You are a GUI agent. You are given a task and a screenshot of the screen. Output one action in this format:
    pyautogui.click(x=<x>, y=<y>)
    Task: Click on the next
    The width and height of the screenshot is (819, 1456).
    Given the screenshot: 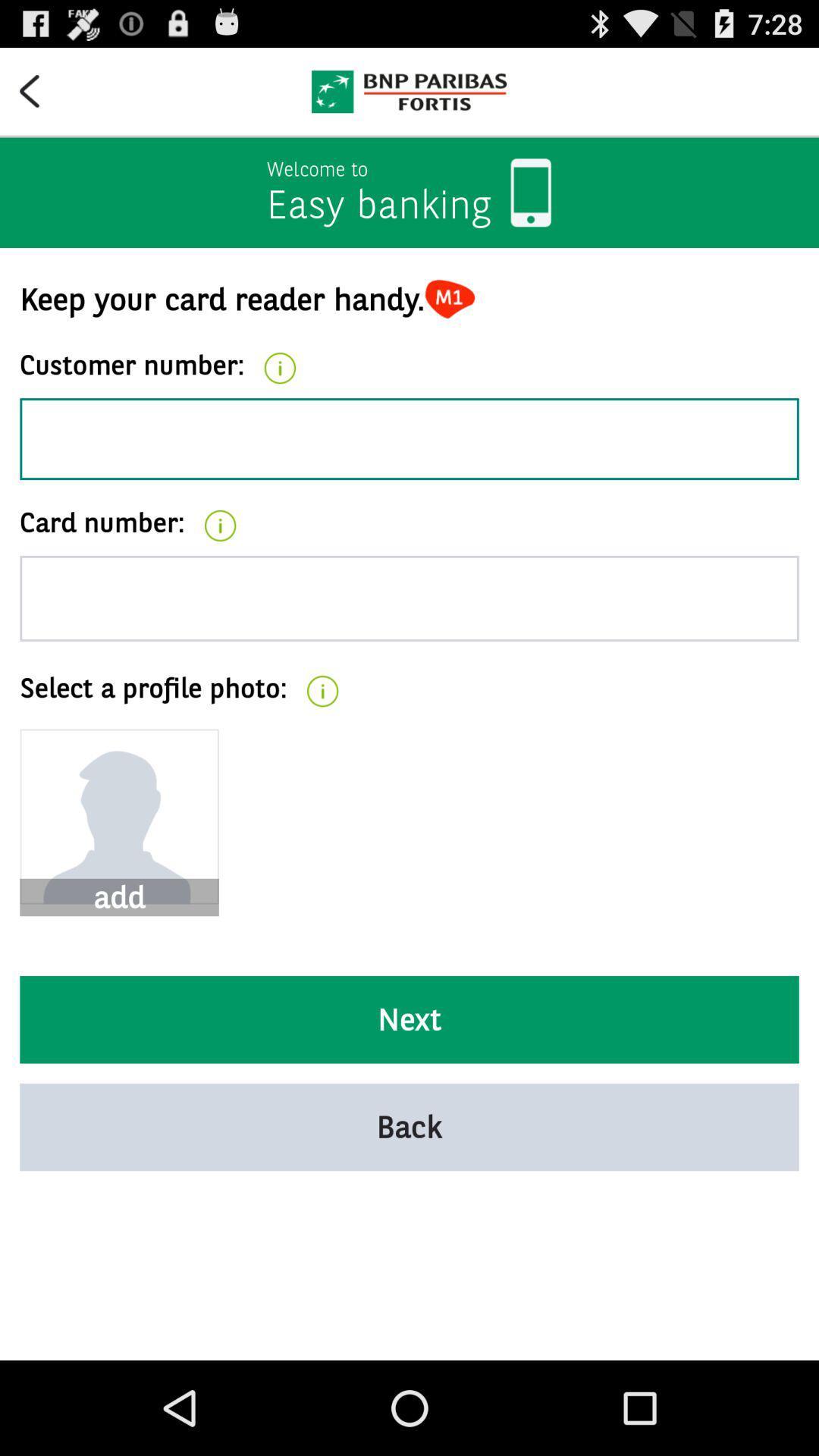 What is the action you would take?
    pyautogui.click(x=409, y=1019)
    